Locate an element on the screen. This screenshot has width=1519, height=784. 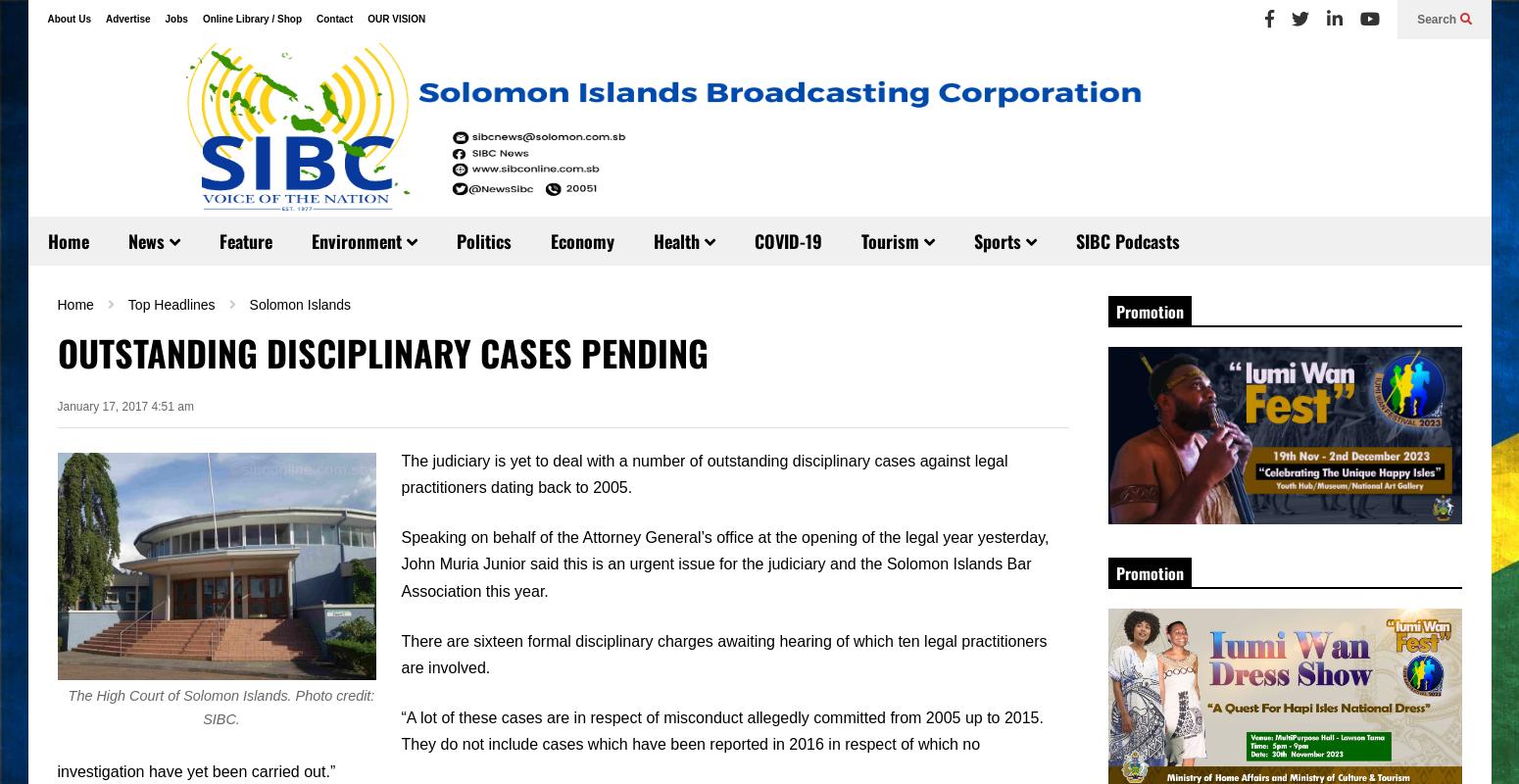
'Speaking on behalf of the Attorney General’s office at the opening of the legal year yesterday, John Muria Junior said this is an urgent issue for the judiciary and the Solomon Islands Bar Association this year.' is located at coordinates (401, 563).